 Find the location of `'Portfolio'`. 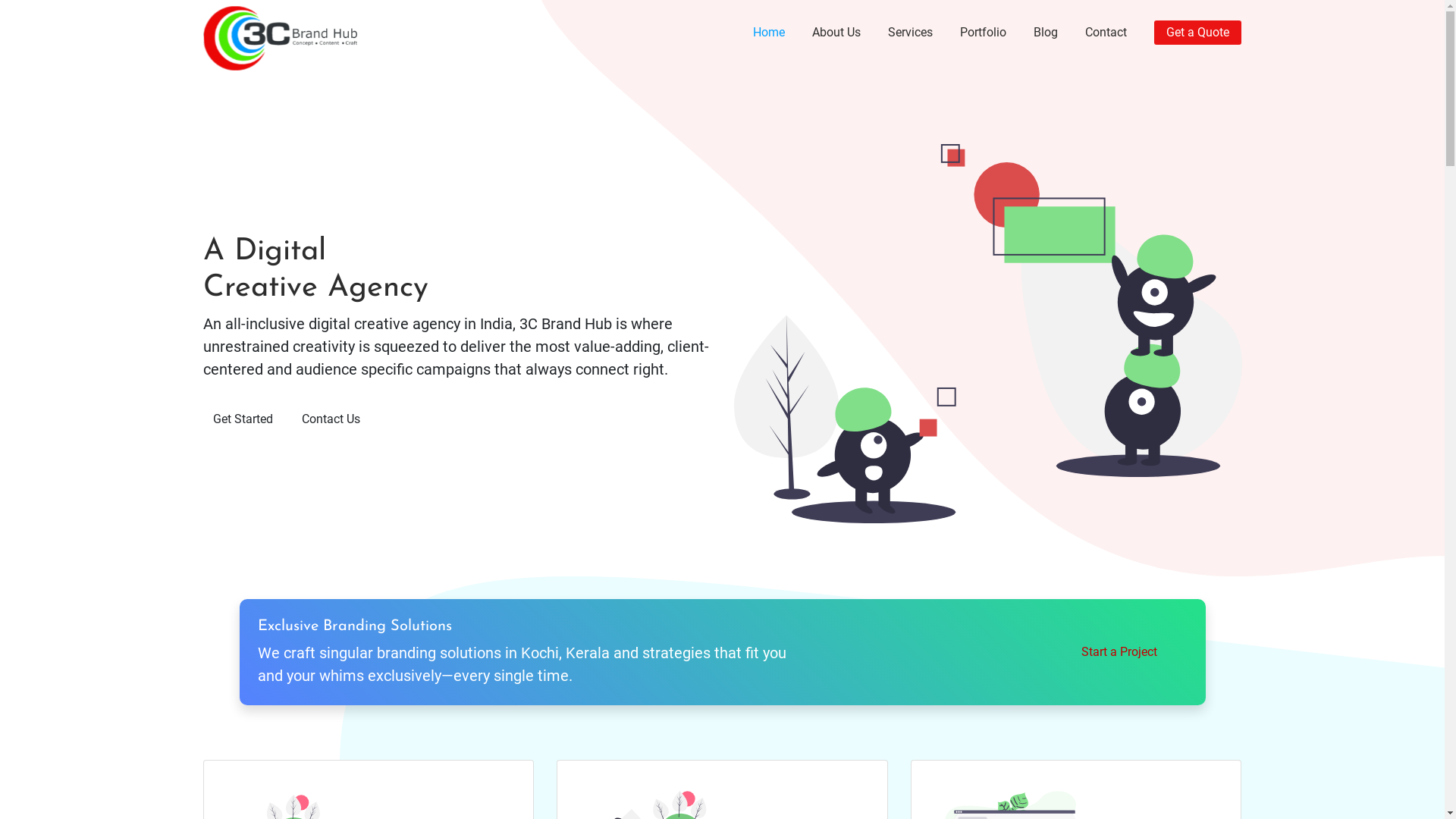

'Portfolio' is located at coordinates (983, 32).